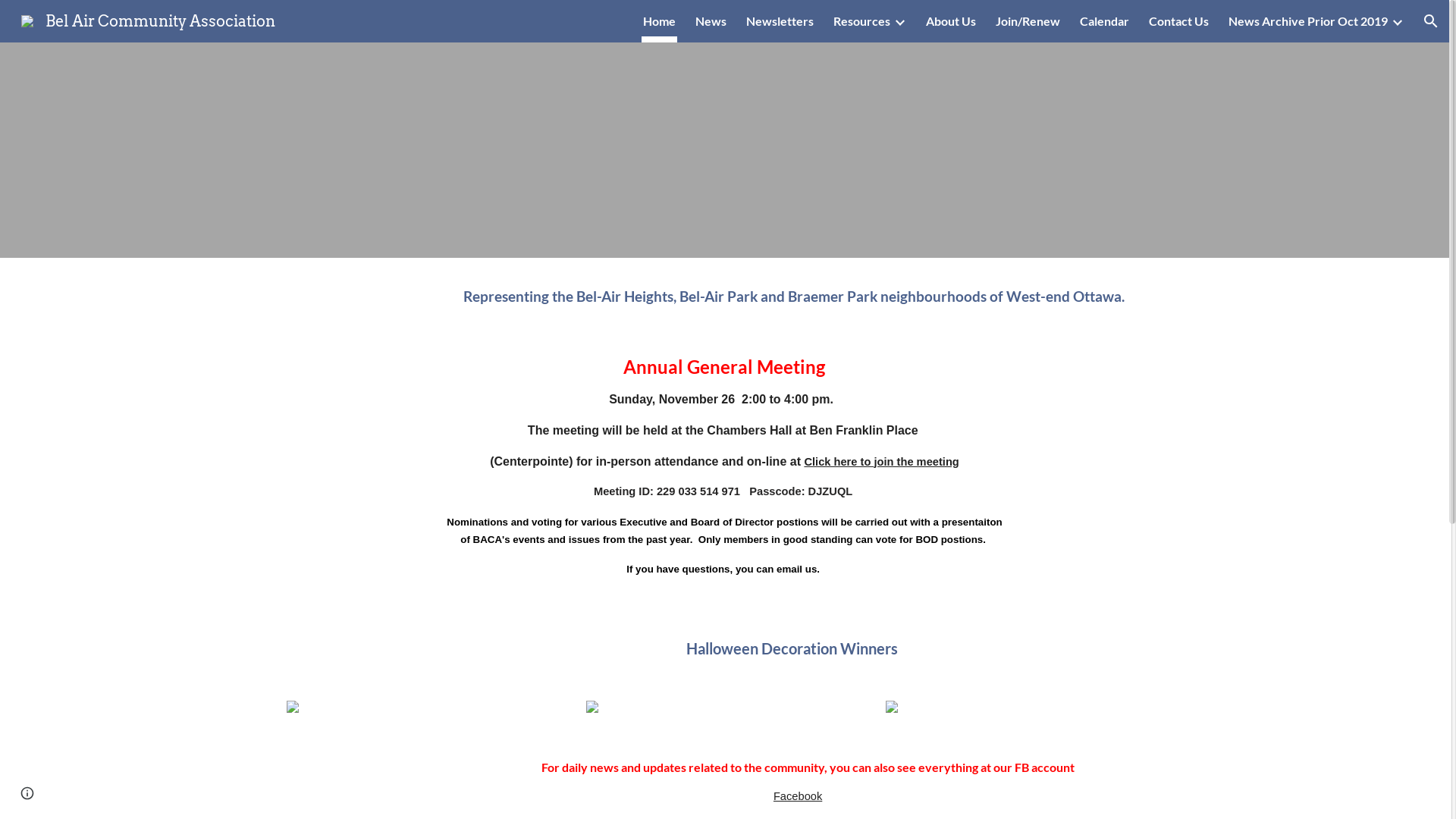  What do you see at coordinates (710, 20) in the screenshot?
I see `'News'` at bounding box center [710, 20].